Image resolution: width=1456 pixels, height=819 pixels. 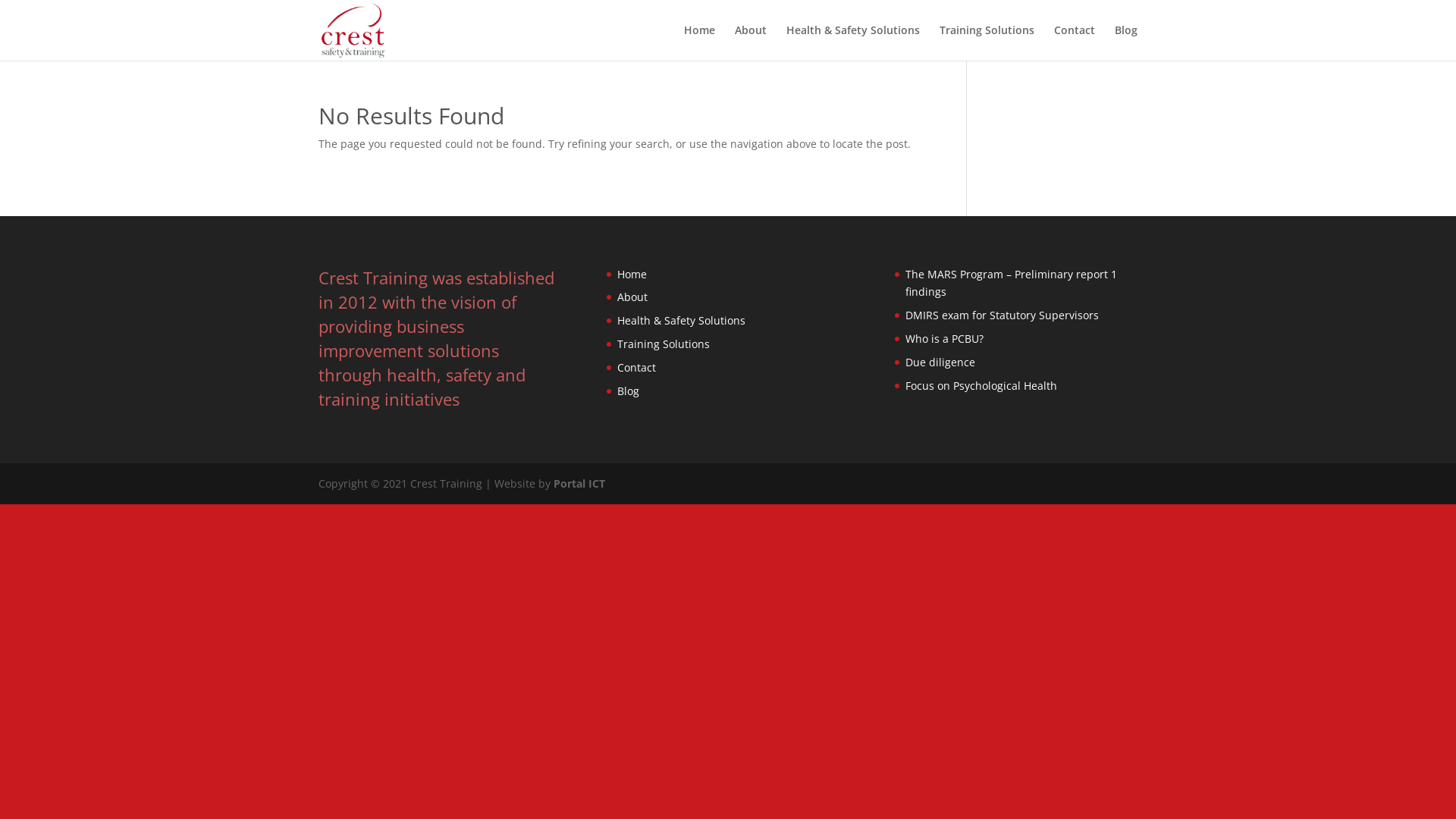 I want to click on 'Contact', so click(x=1073, y=42).